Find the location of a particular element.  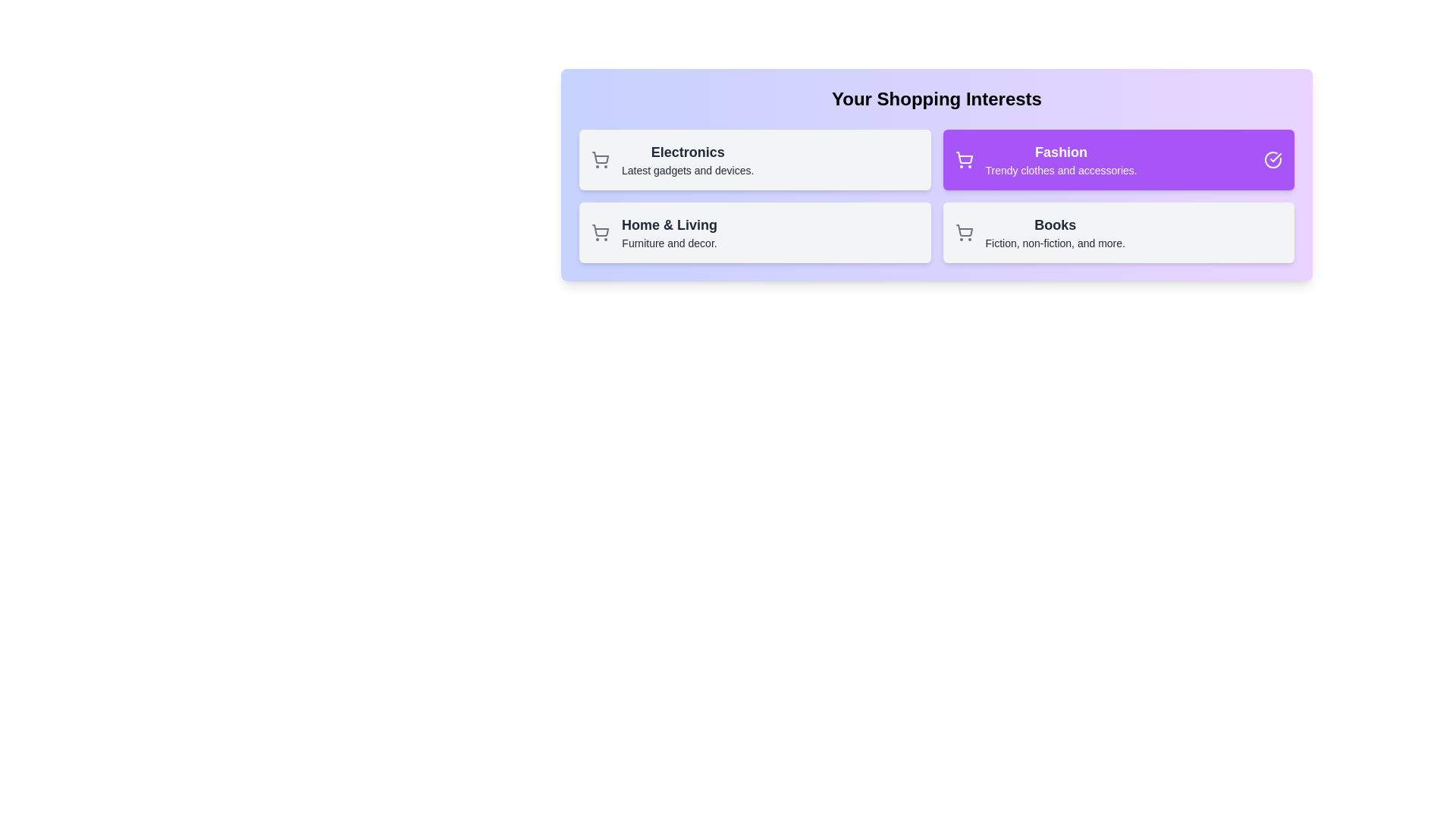

the icon for the category Electronics to toggle its state is located at coordinates (600, 160).